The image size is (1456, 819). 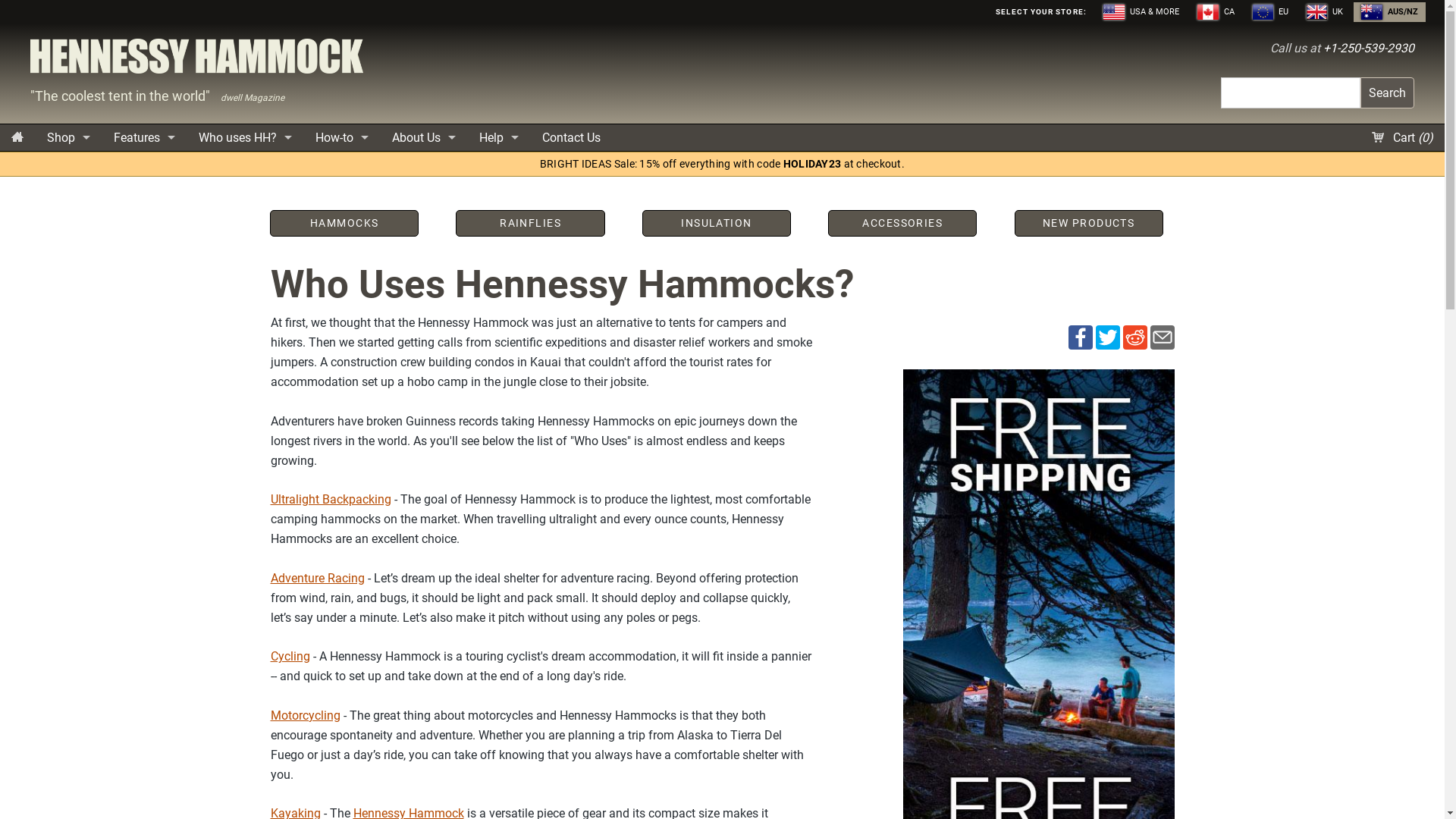 What do you see at coordinates (716, 223) in the screenshot?
I see `'INSULATION'` at bounding box center [716, 223].